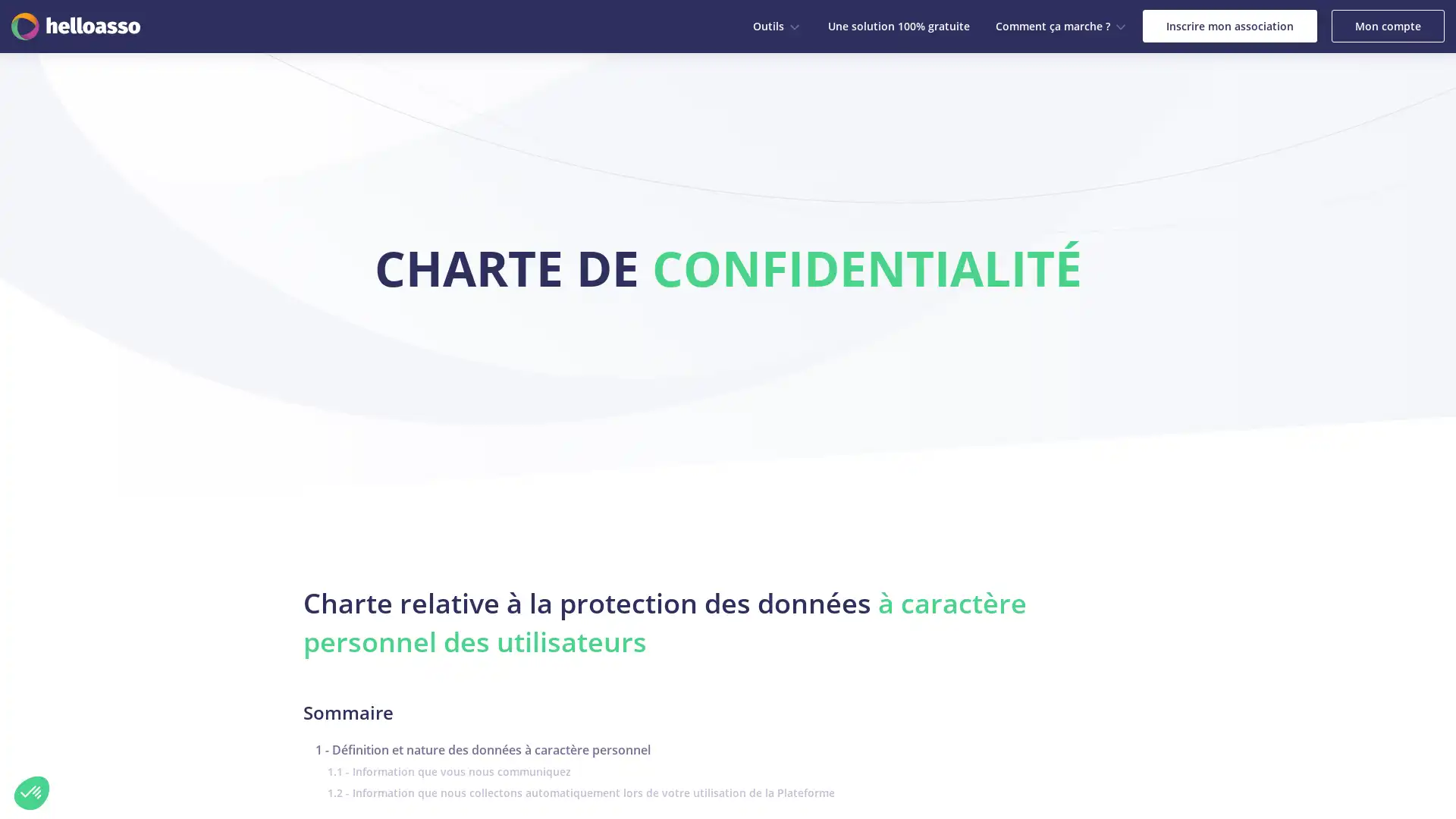  Describe the element at coordinates (174, 716) in the screenshot. I see `Consentements certifies par` at that location.